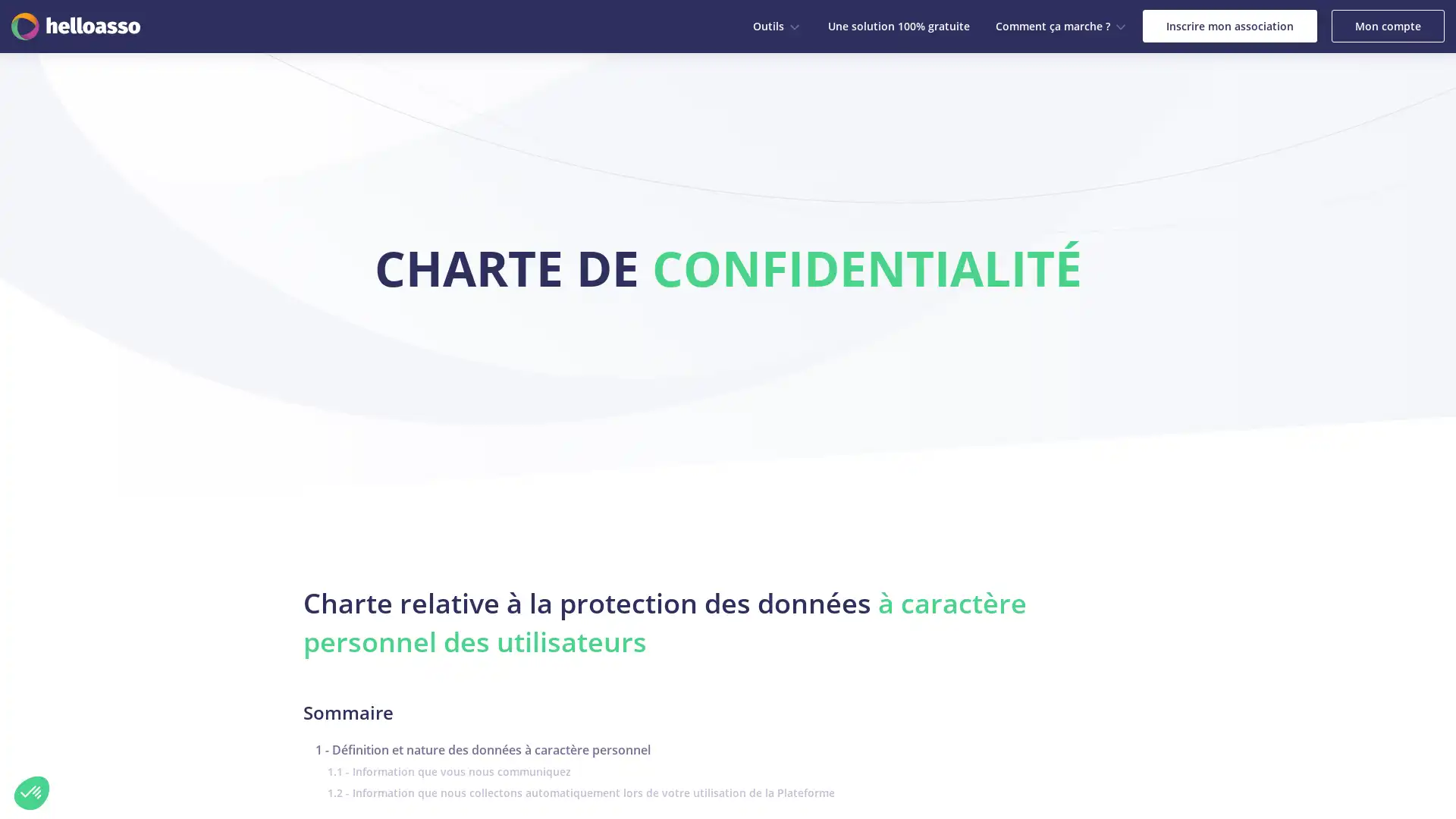  Describe the element at coordinates (174, 716) in the screenshot. I see `Consentements certifies par` at that location.